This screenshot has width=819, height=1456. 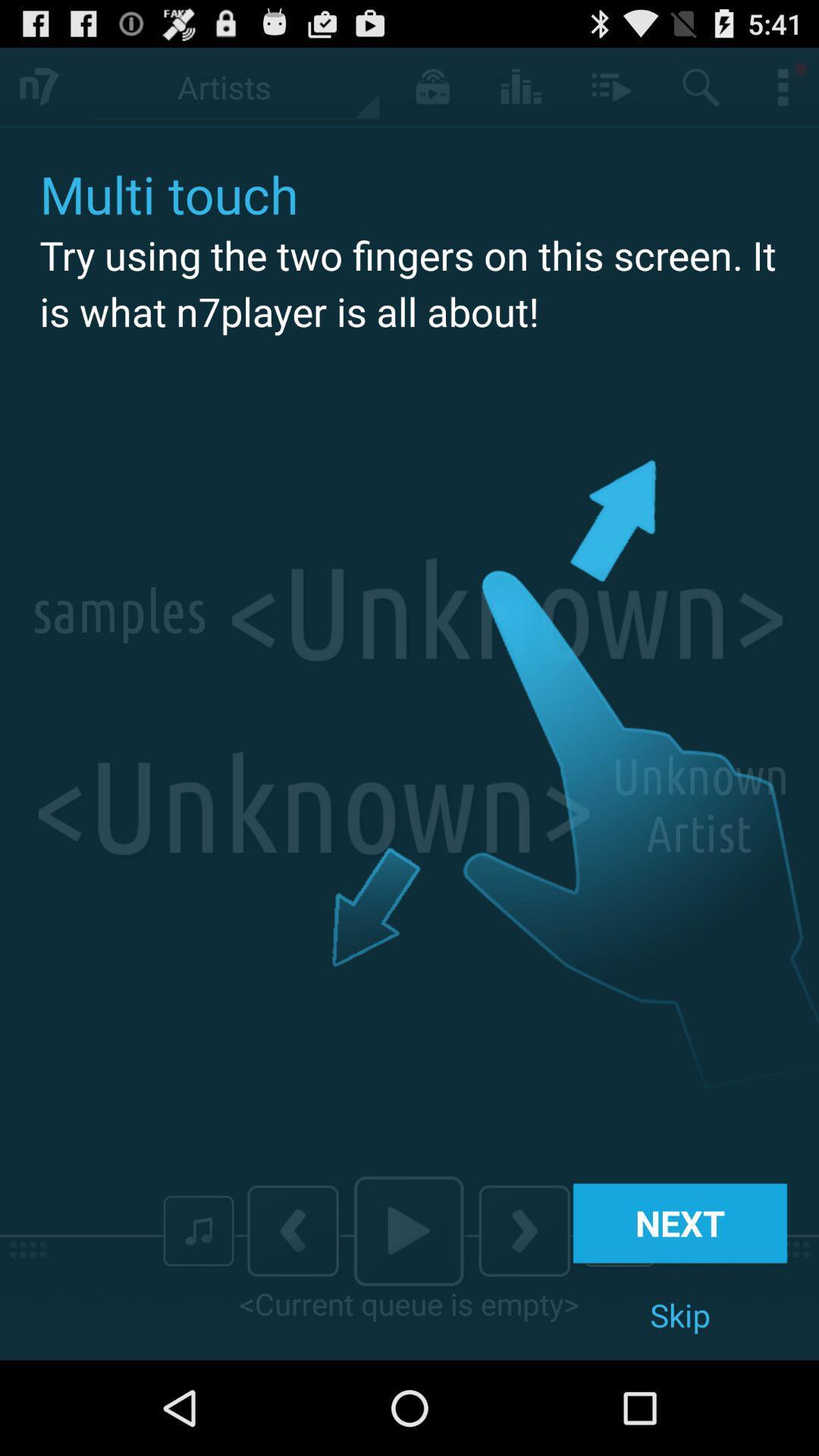 I want to click on the play icon, so click(x=408, y=1316).